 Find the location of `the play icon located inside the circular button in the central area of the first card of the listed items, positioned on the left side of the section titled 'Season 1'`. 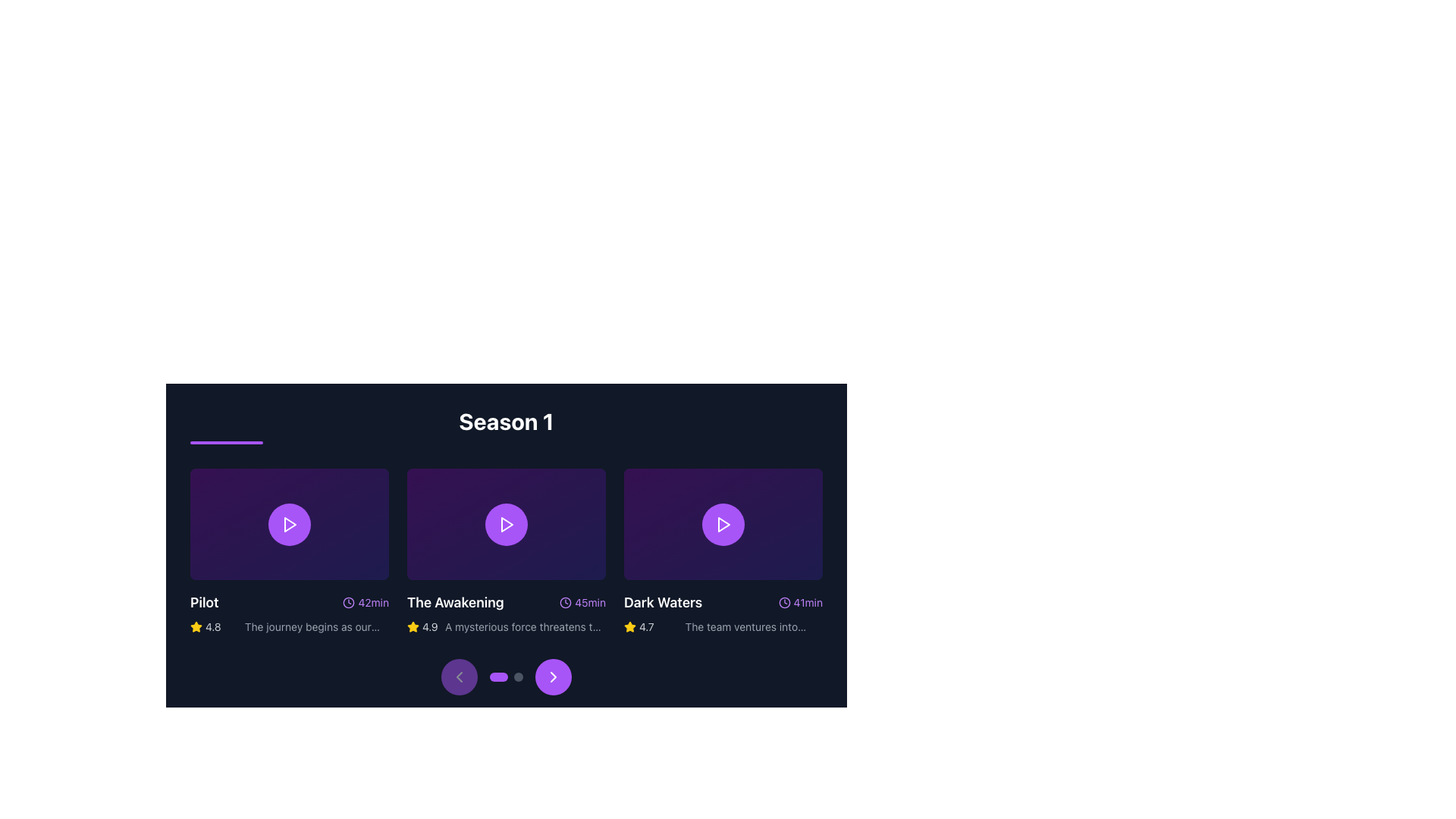

the play icon located inside the circular button in the central area of the first card of the listed items, positioned on the left side of the section titled 'Season 1' is located at coordinates (290, 522).